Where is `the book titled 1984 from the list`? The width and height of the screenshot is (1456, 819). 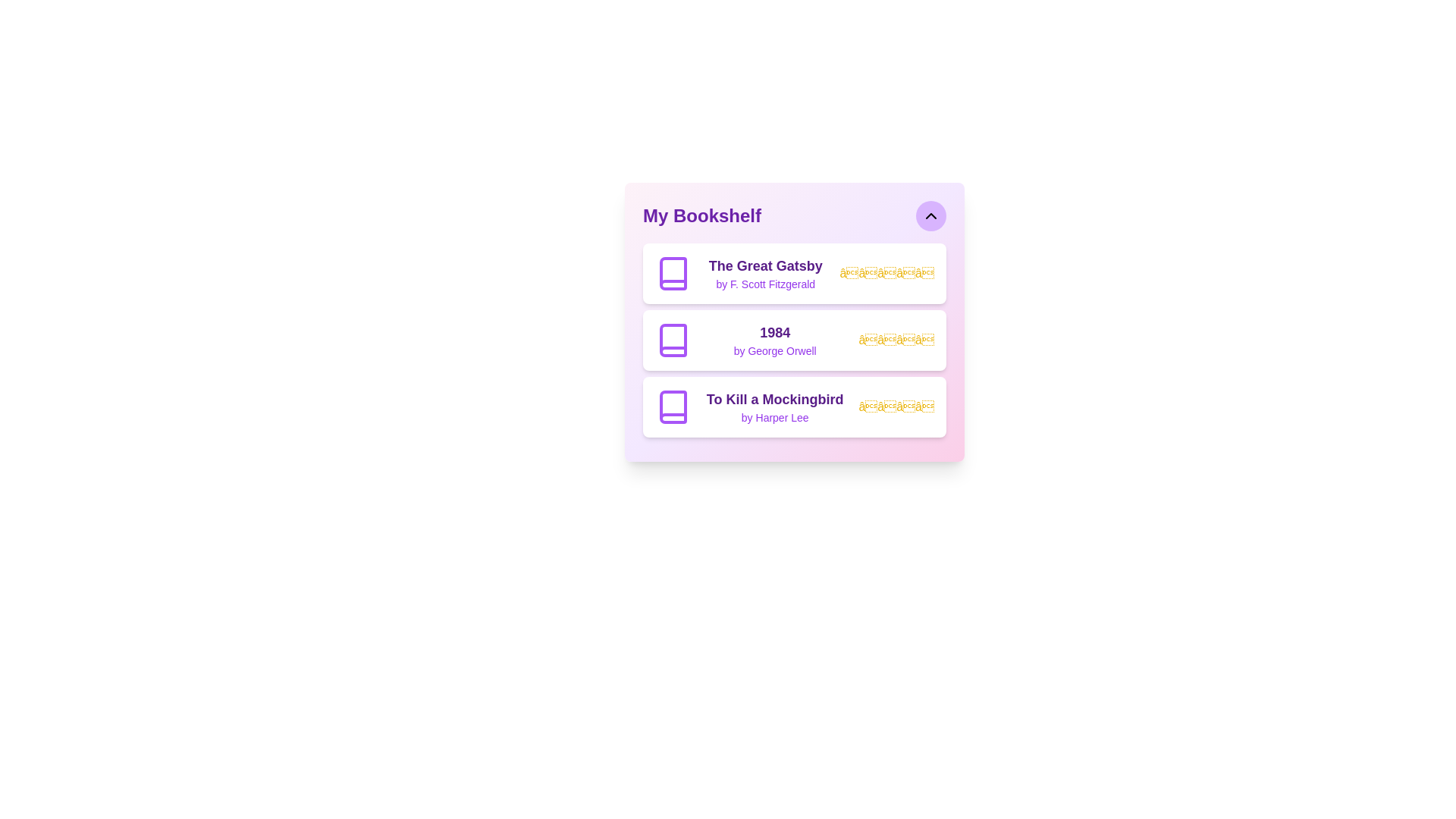 the book titled 1984 from the list is located at coordinates (793, 339).